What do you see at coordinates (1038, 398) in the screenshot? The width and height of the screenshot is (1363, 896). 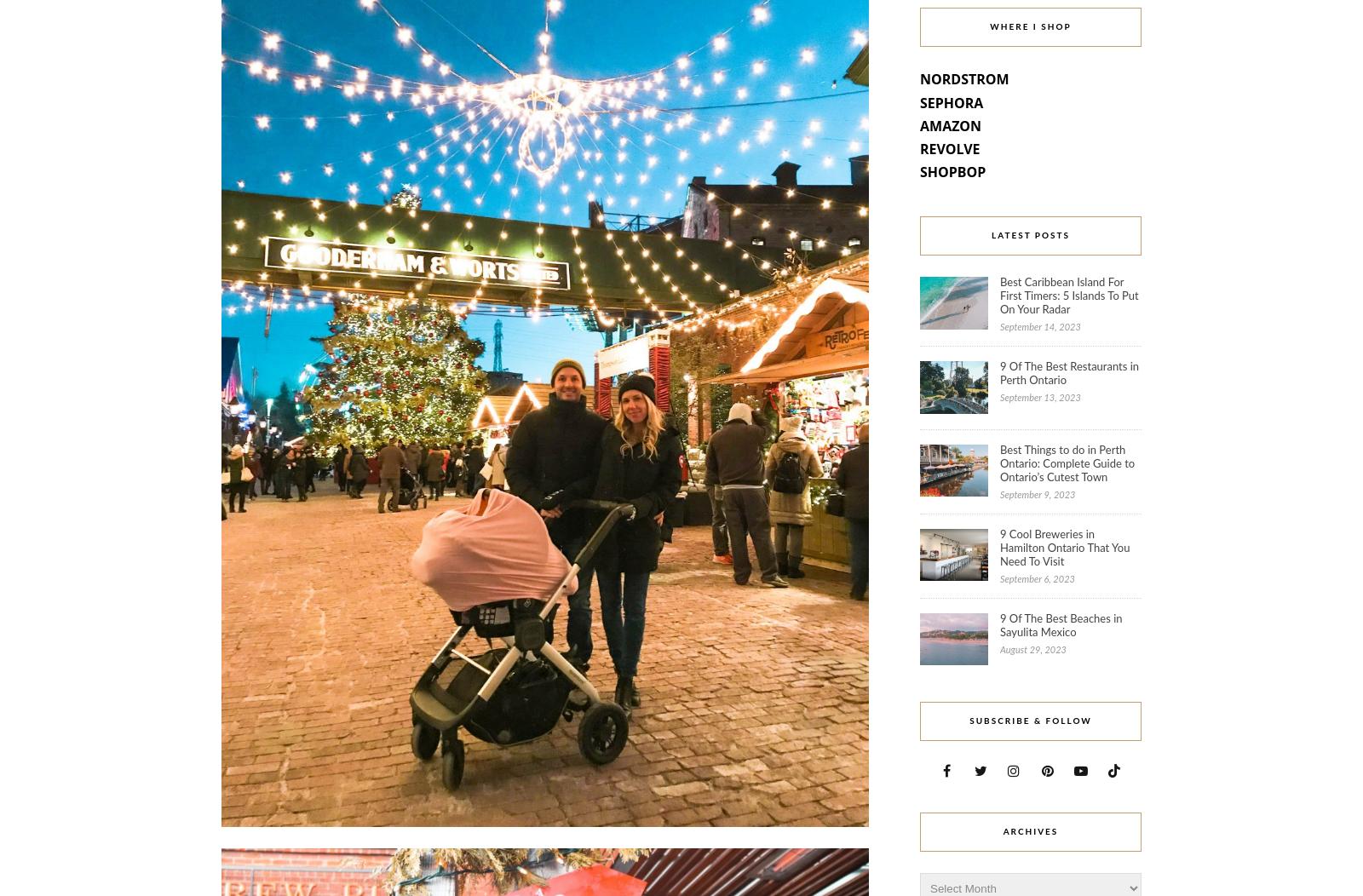 I see `'September 13, 2023'` at bounding box center [1038, 398].